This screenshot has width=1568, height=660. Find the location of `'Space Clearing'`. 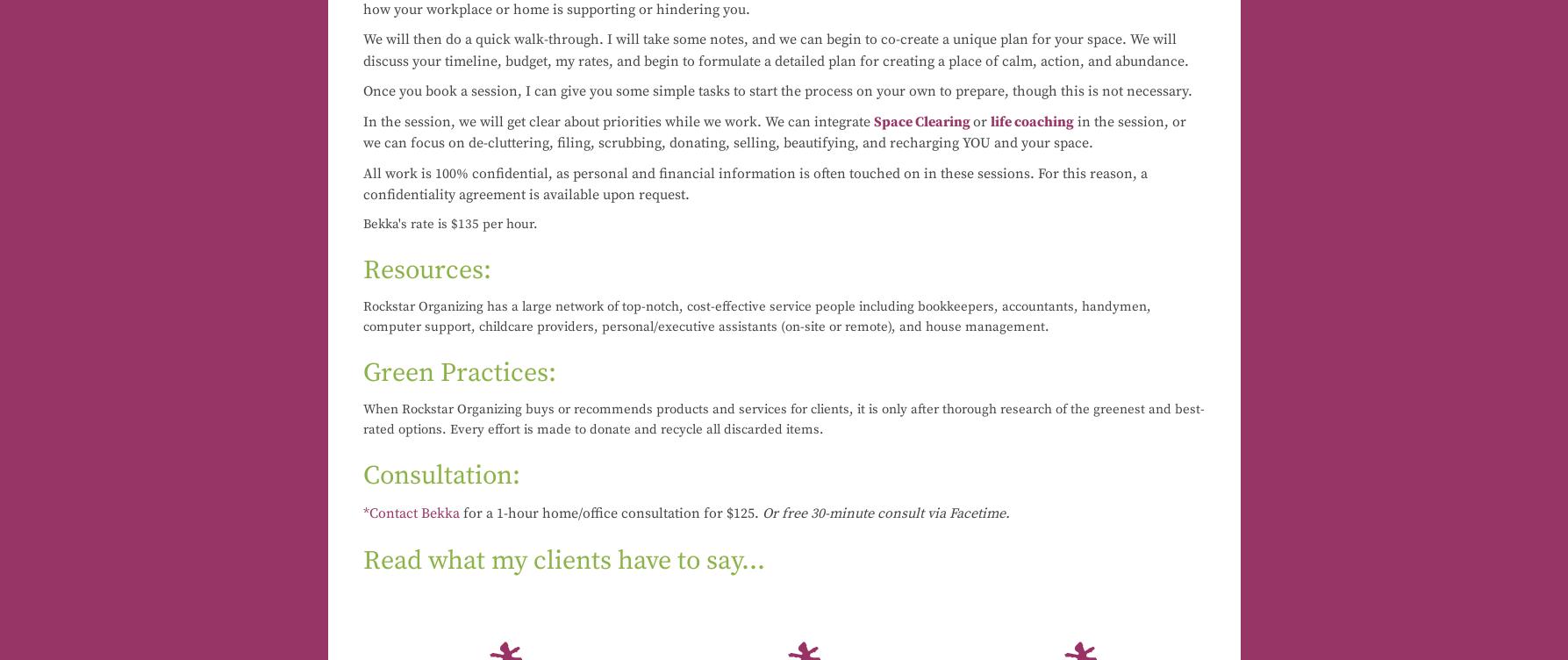

'Space Clearing' is located at coordinates (920, 119).